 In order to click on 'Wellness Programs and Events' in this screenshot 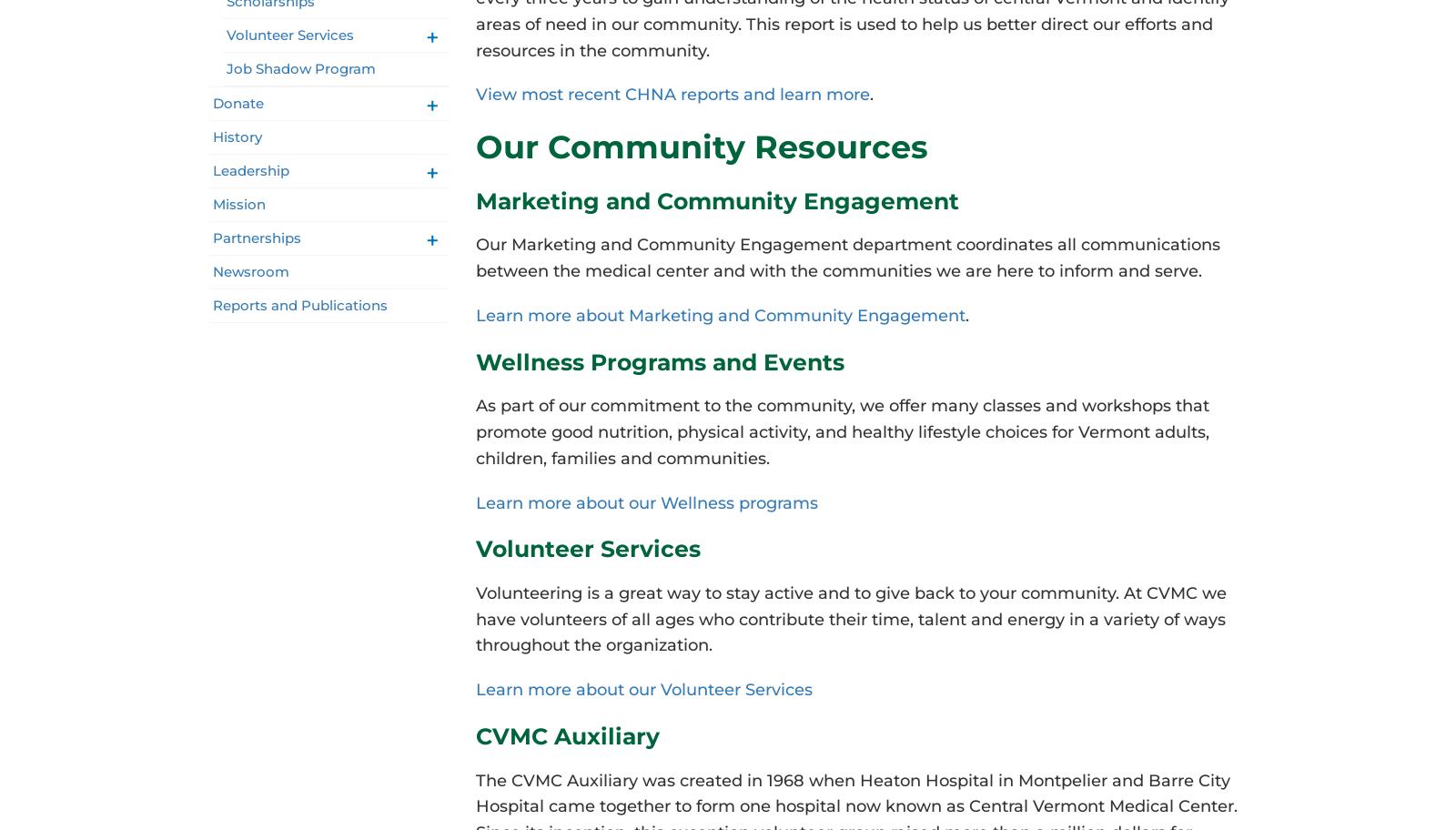, I will do `click(659, 360)`.